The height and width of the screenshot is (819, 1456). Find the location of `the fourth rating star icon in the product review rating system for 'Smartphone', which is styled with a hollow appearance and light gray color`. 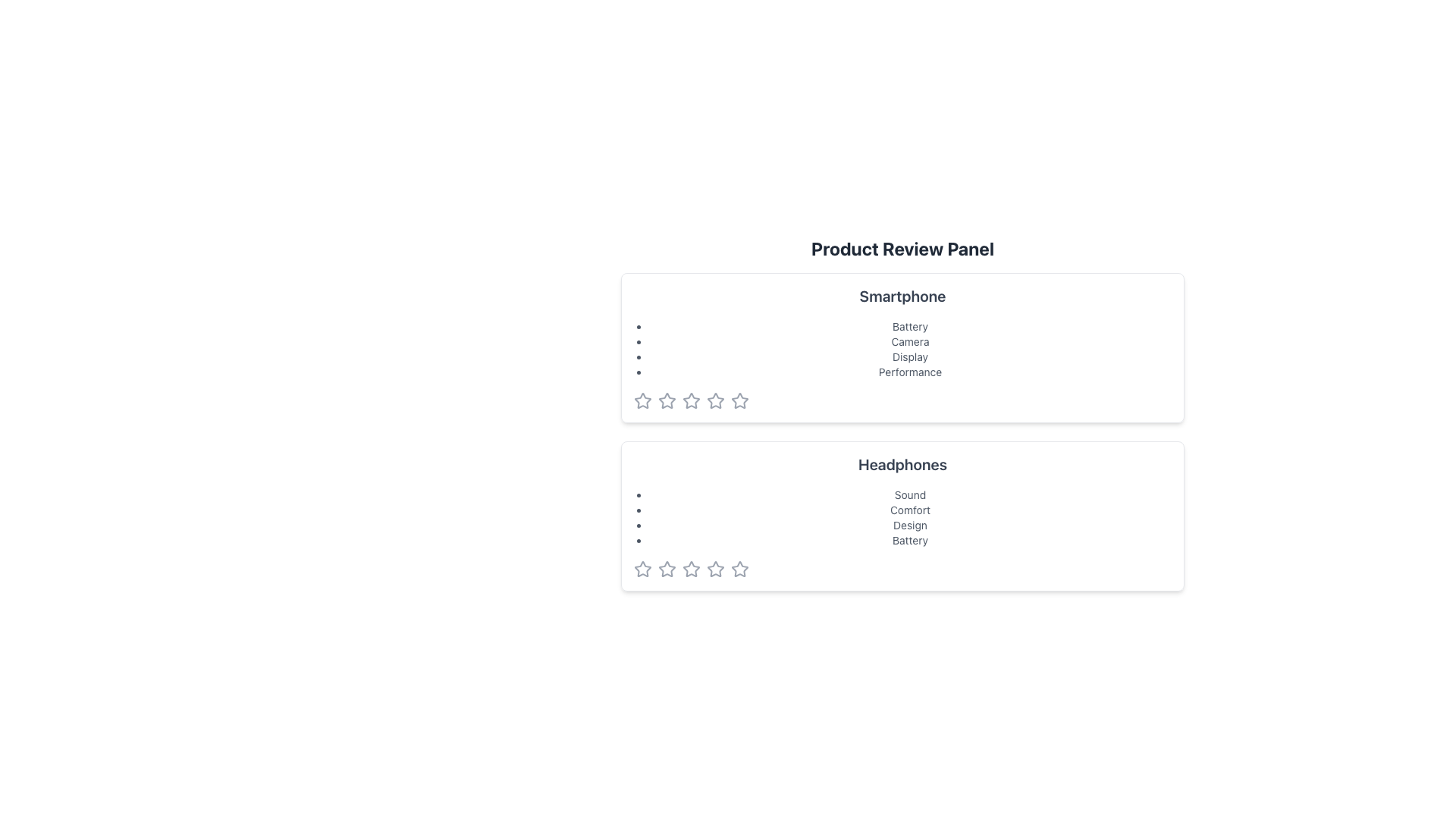

the fourth rating star icon in the product review rating system for 'Smartphone', which is styled with a hollow appearance and light gray color is located at coordinates (691, 400).